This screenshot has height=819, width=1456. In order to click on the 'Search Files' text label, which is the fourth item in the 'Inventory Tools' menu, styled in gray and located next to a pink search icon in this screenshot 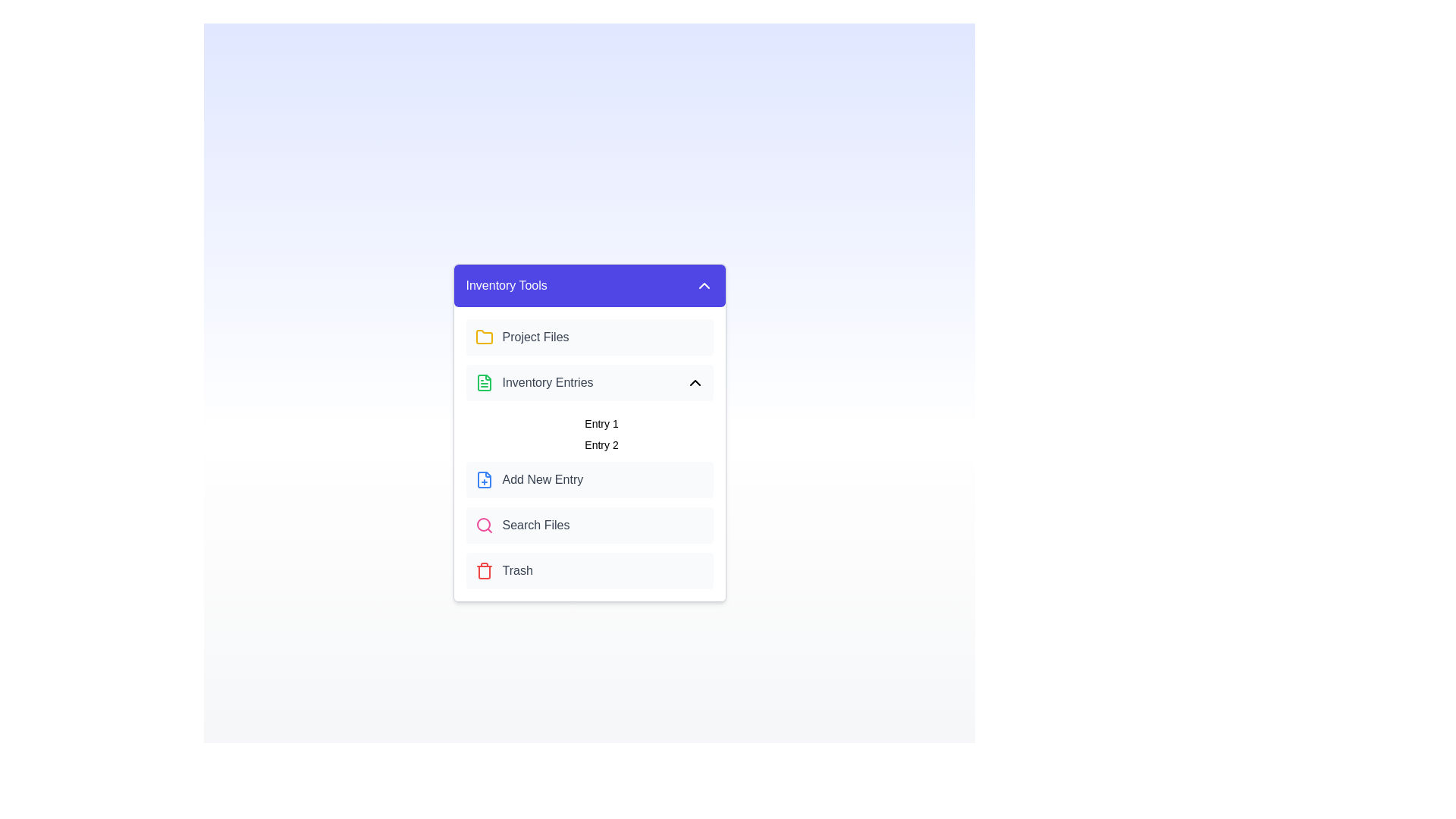, I will do `click(535, 525)`.